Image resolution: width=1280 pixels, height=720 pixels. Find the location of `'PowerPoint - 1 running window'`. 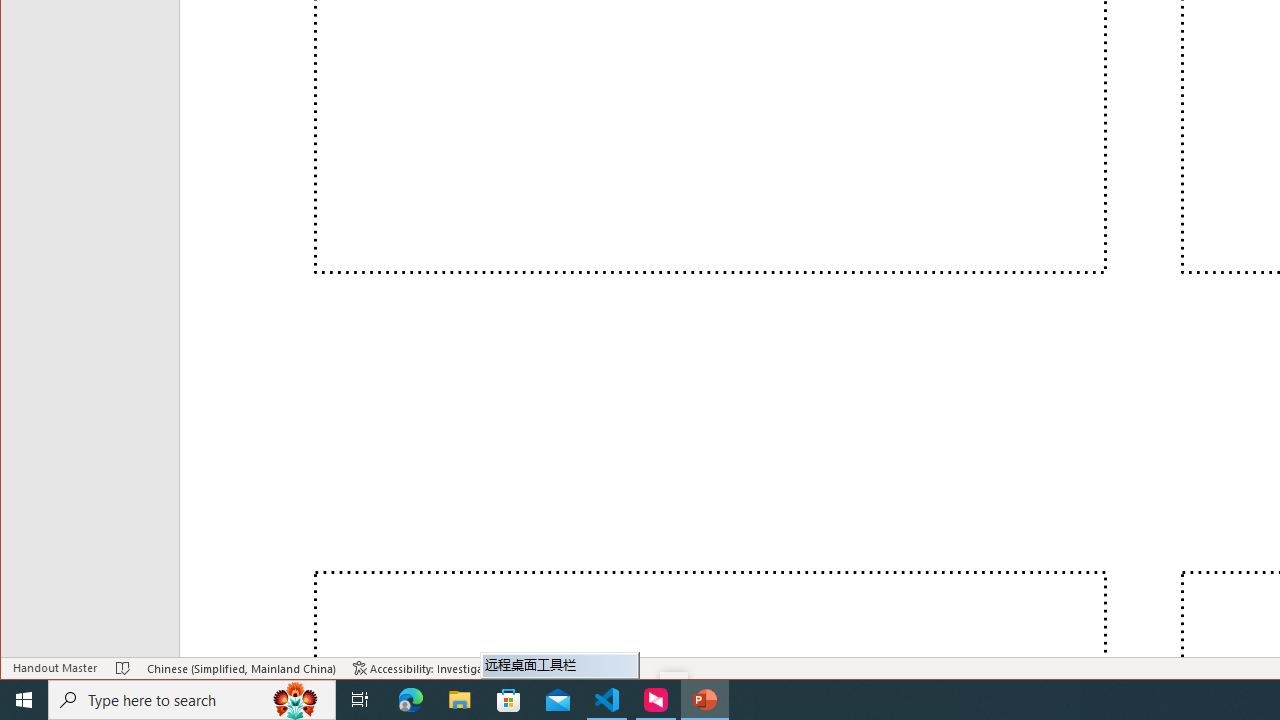

'PowerPoint - 1 running window' is located at coordinates (705, 698).